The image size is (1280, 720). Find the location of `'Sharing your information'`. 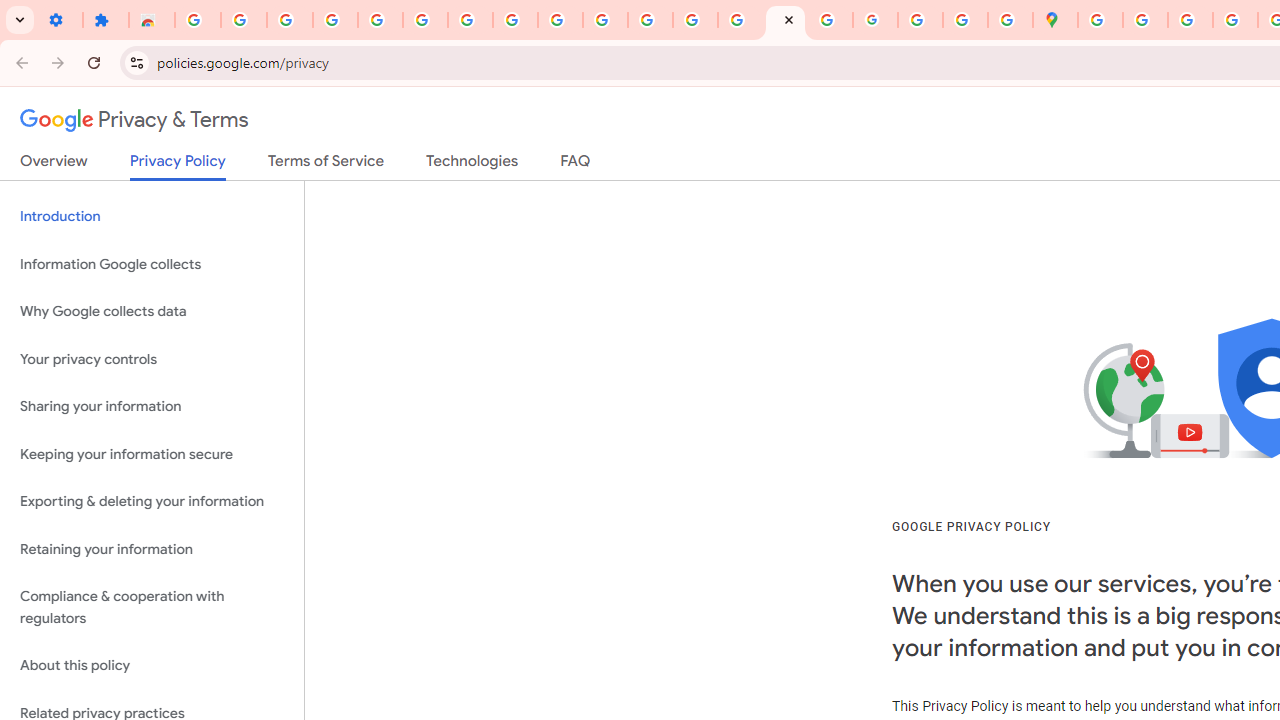

'Sharing your information' is located at coordinates (151, 406).